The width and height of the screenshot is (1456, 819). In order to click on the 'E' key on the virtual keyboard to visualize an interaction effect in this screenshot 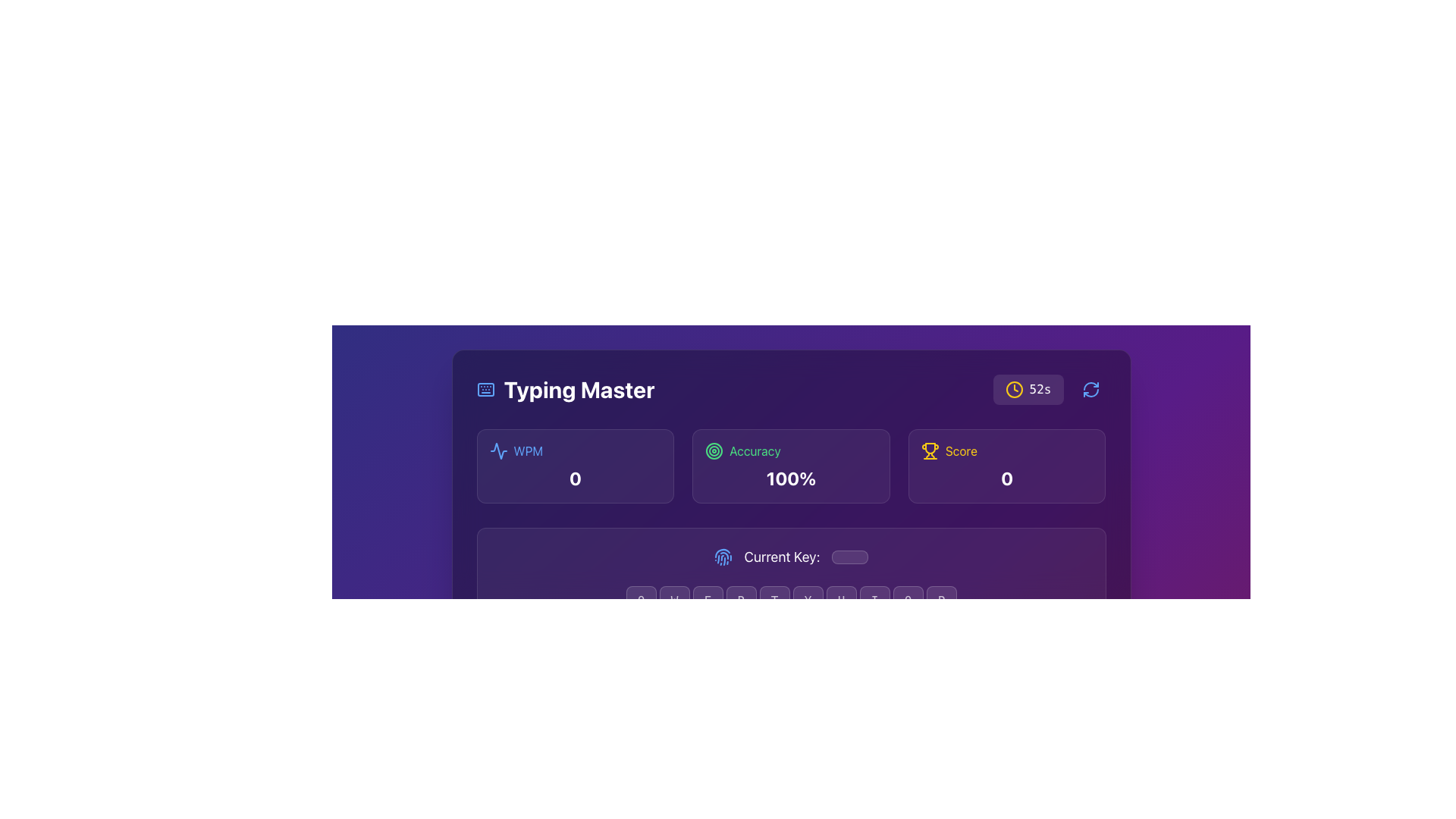, I will do `click(707, 601)`.